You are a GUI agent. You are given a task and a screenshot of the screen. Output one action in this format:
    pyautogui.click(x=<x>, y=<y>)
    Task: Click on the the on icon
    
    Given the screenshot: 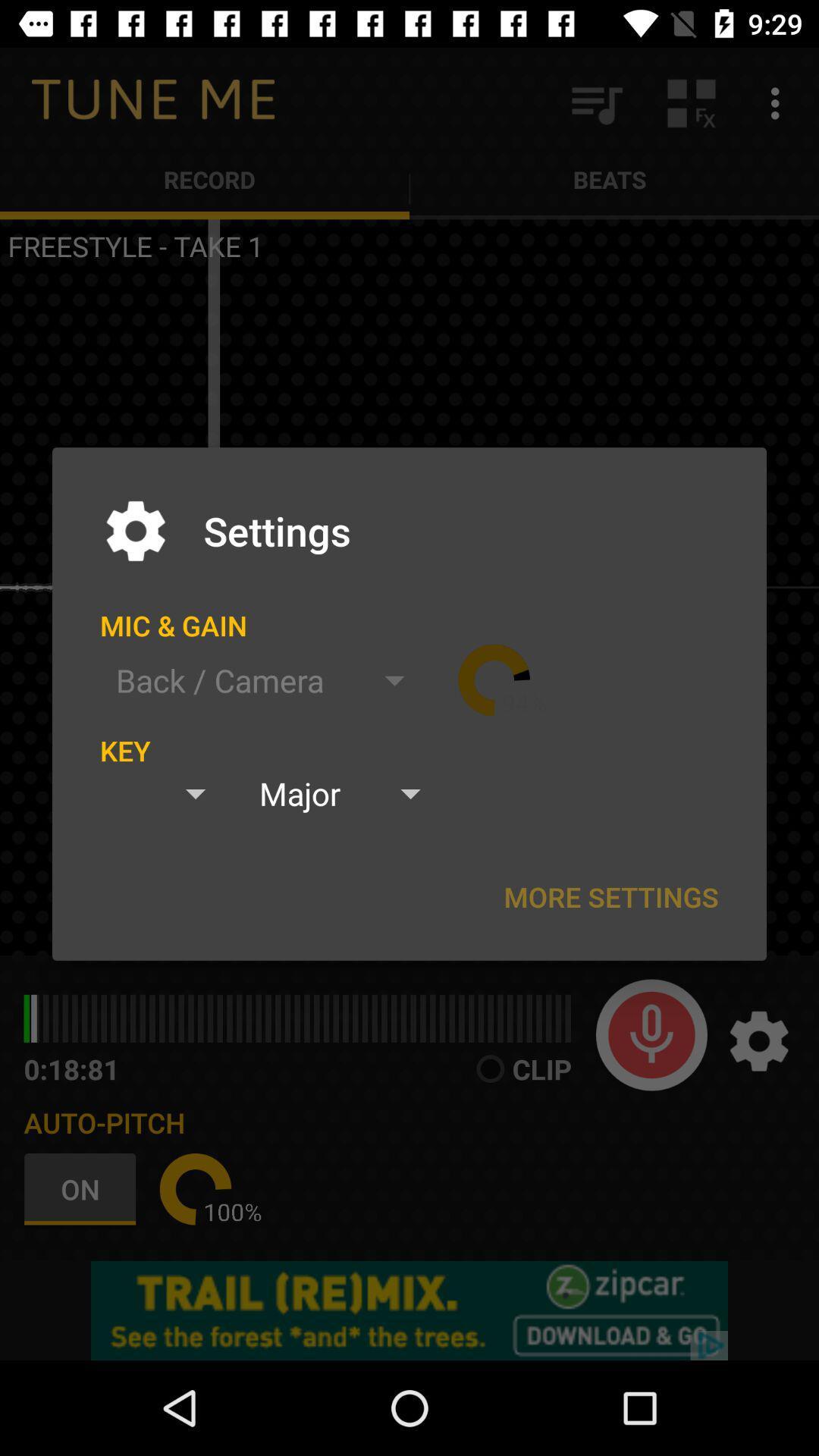 What is the action you would take?
    pyautogui.click(x=83, y=1188)
    